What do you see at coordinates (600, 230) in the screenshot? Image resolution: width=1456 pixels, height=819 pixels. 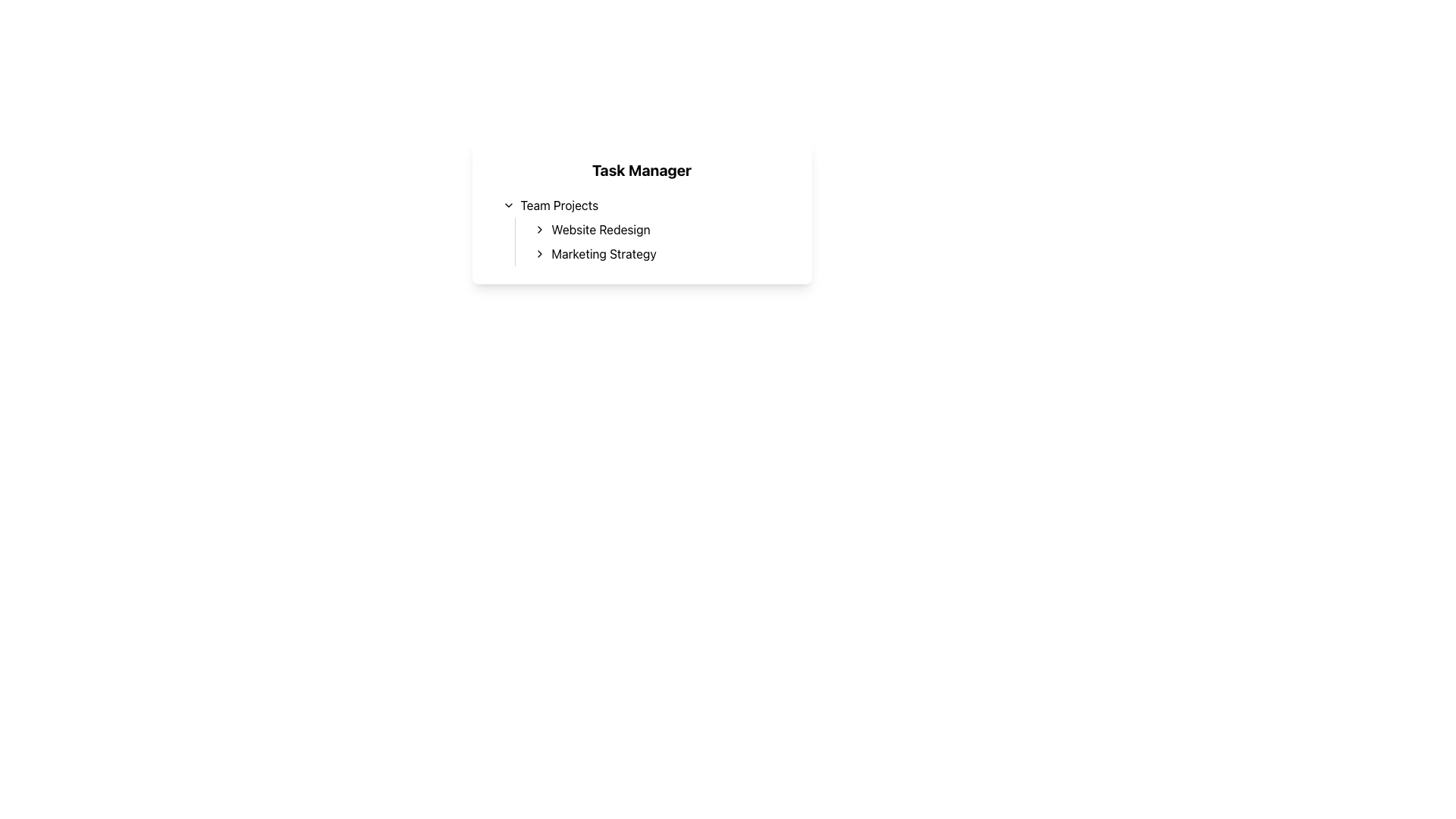 I see `the selectable text item labeled 'Website Redesign' in the task list` at bounding box center [600, 230].